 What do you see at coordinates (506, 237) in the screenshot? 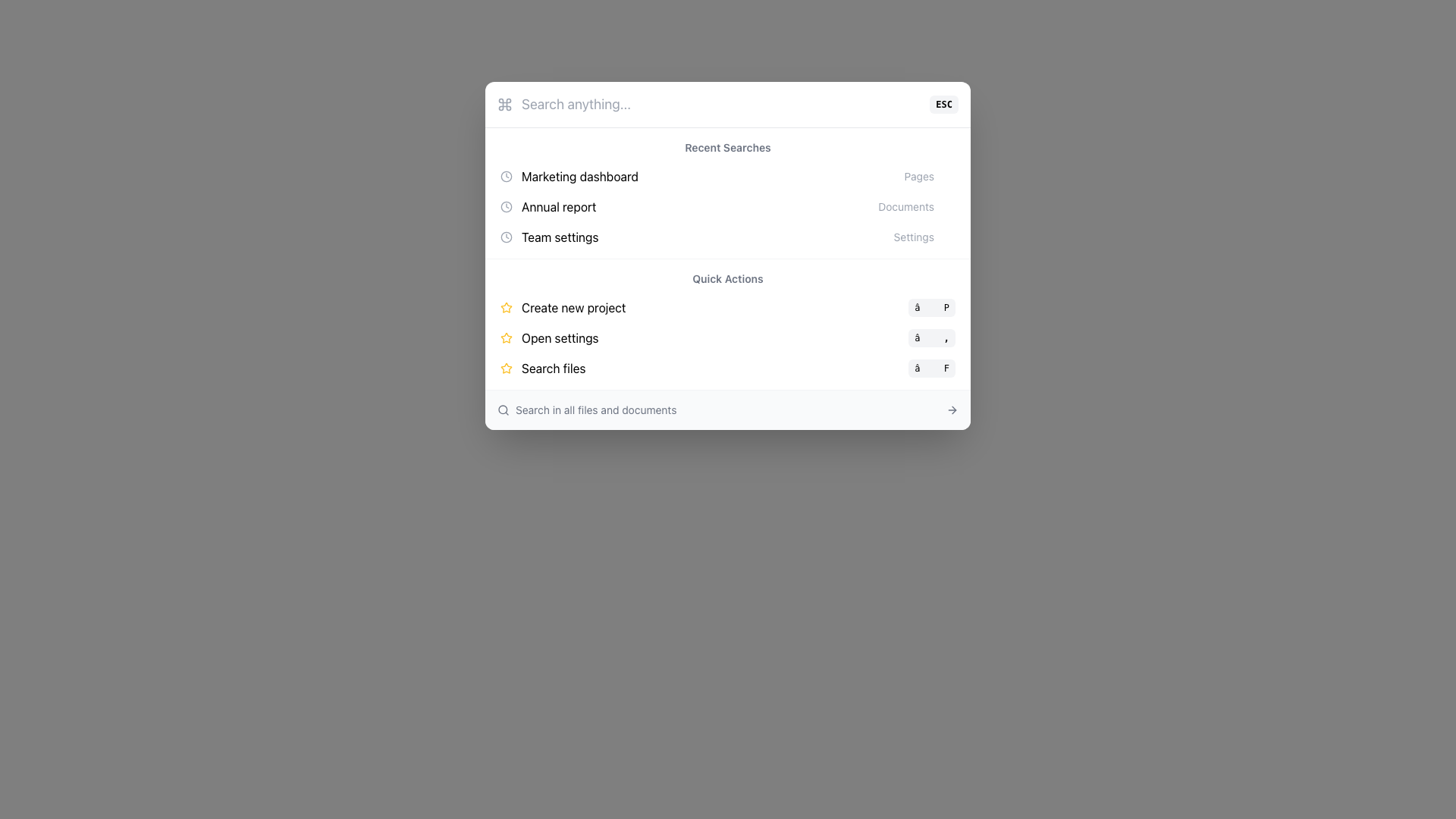
I see `the outermost circular part of the clock icon located within the 'Recent Searches' section, to the left of the 'Team settings' text` at bounding box center [506, 237].